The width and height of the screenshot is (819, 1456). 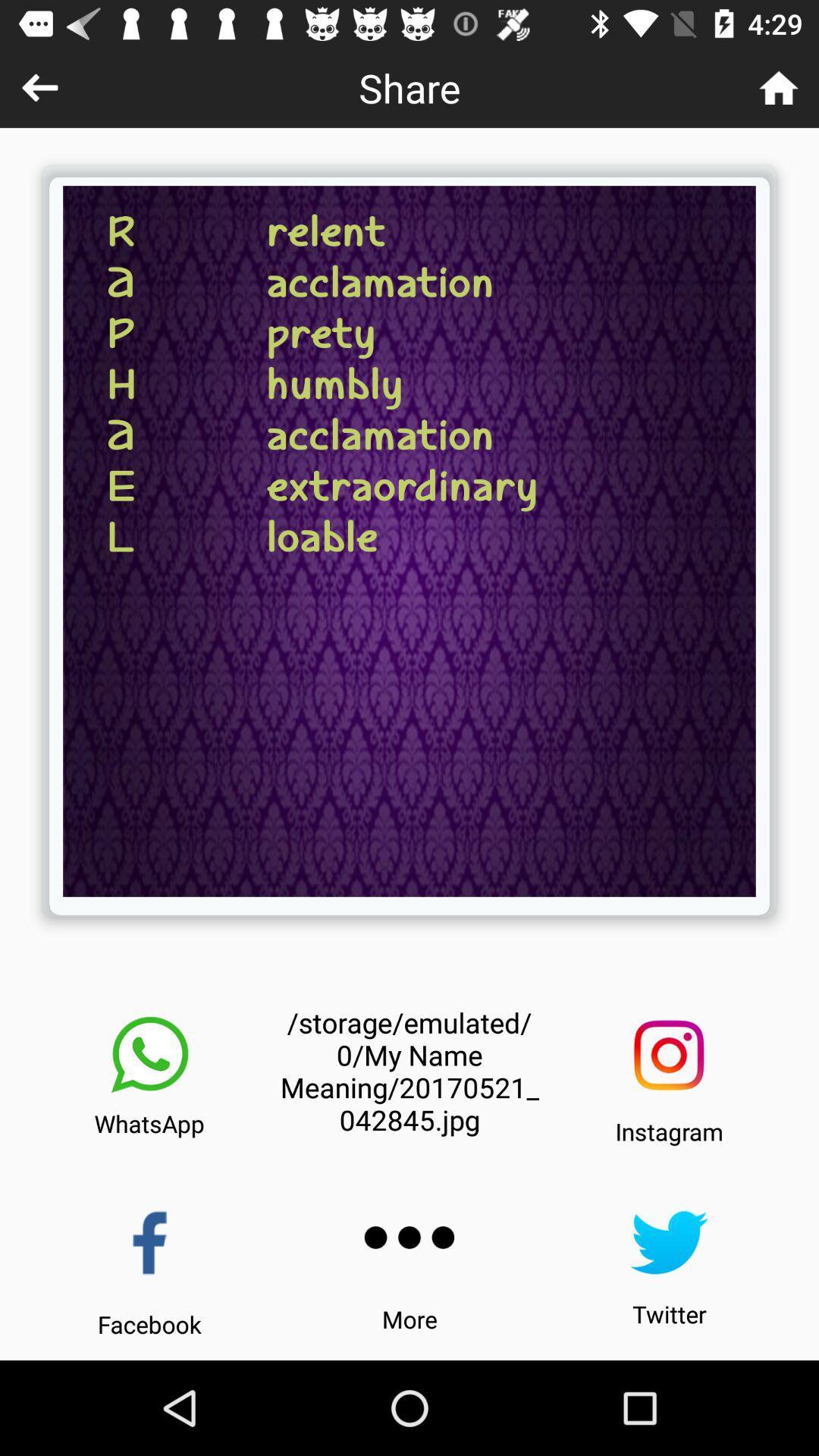 What do you see at coordinates (668, 1054) in the screenshot?
I see `instagram` at bounding box center [668, 1054].